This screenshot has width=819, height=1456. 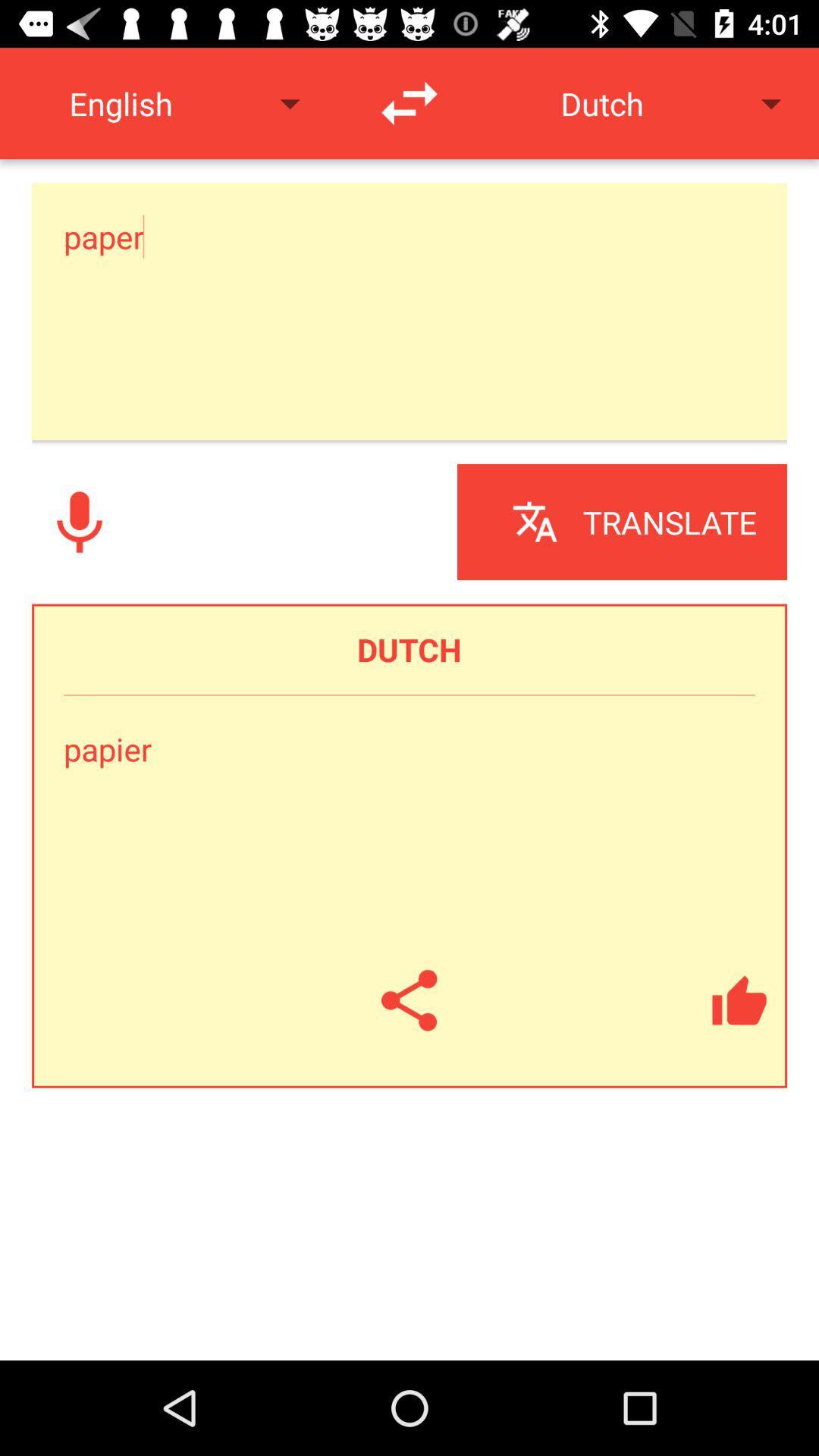 What do you see at coordinates (409, 1000) in the screenshot?
I see `share the translation` at bounding box center [409, 1000].